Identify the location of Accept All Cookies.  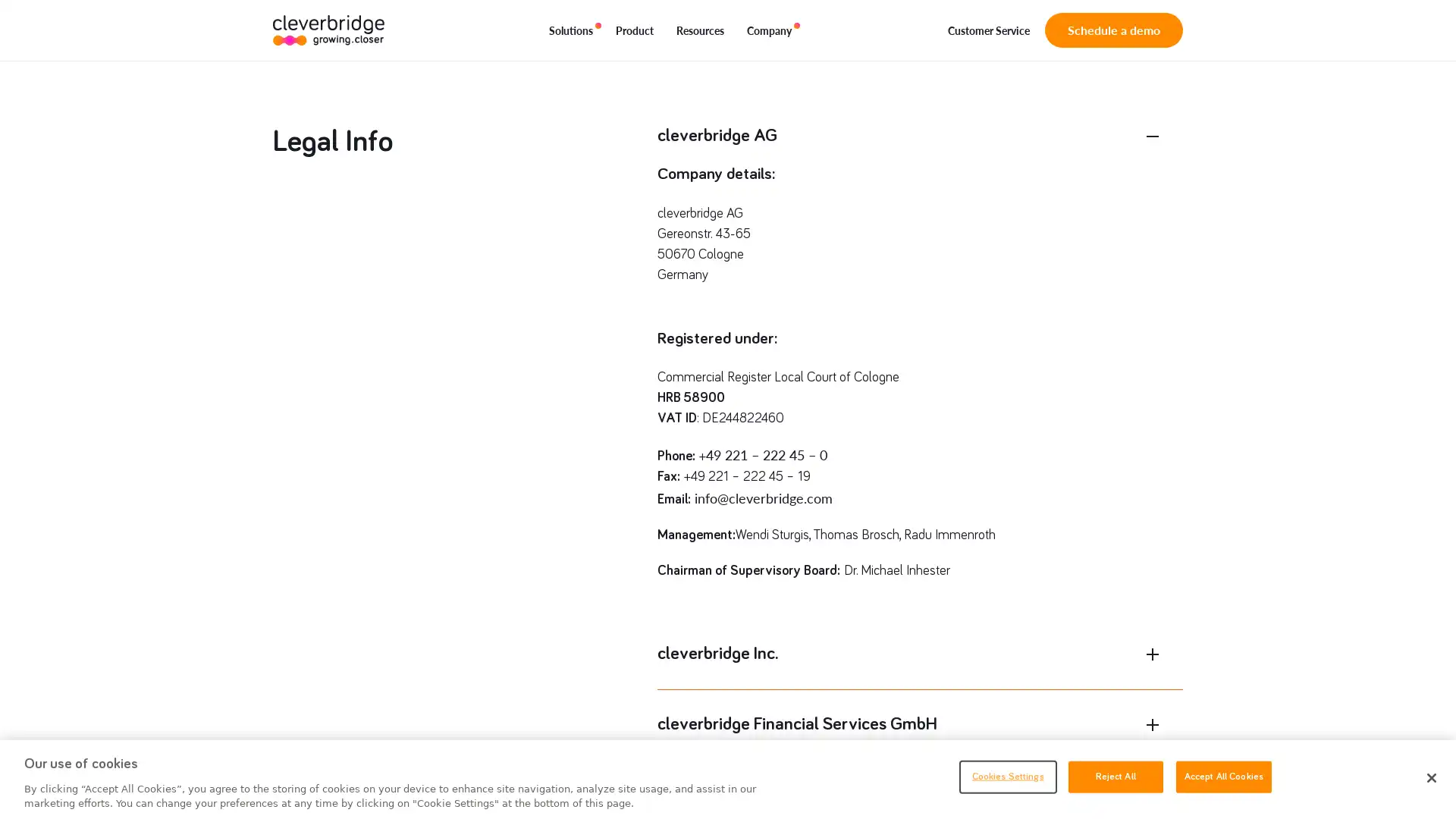
(1223, 776).